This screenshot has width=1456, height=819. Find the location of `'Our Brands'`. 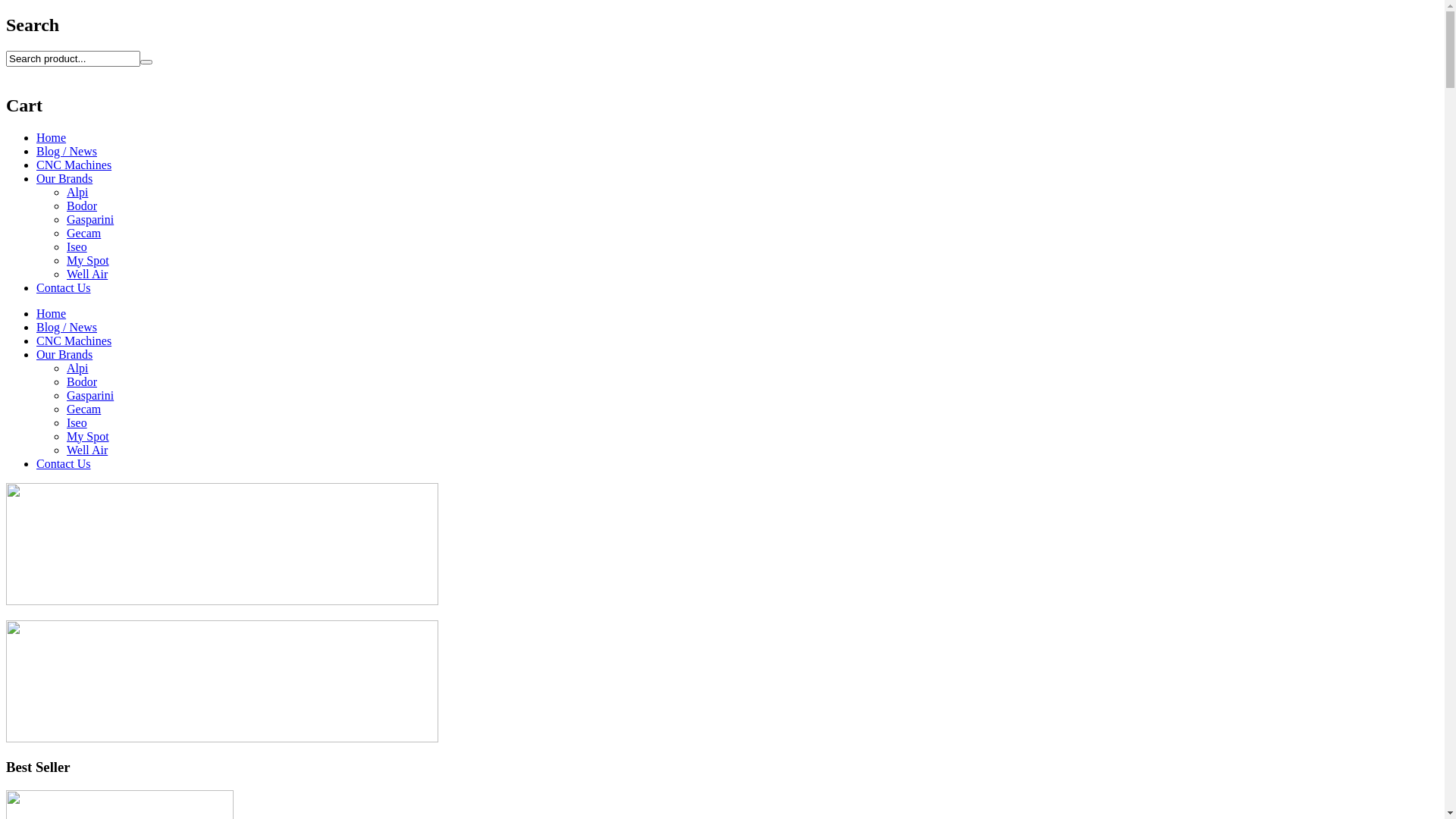

'Our Brands' is located at coordinates (36, 354).